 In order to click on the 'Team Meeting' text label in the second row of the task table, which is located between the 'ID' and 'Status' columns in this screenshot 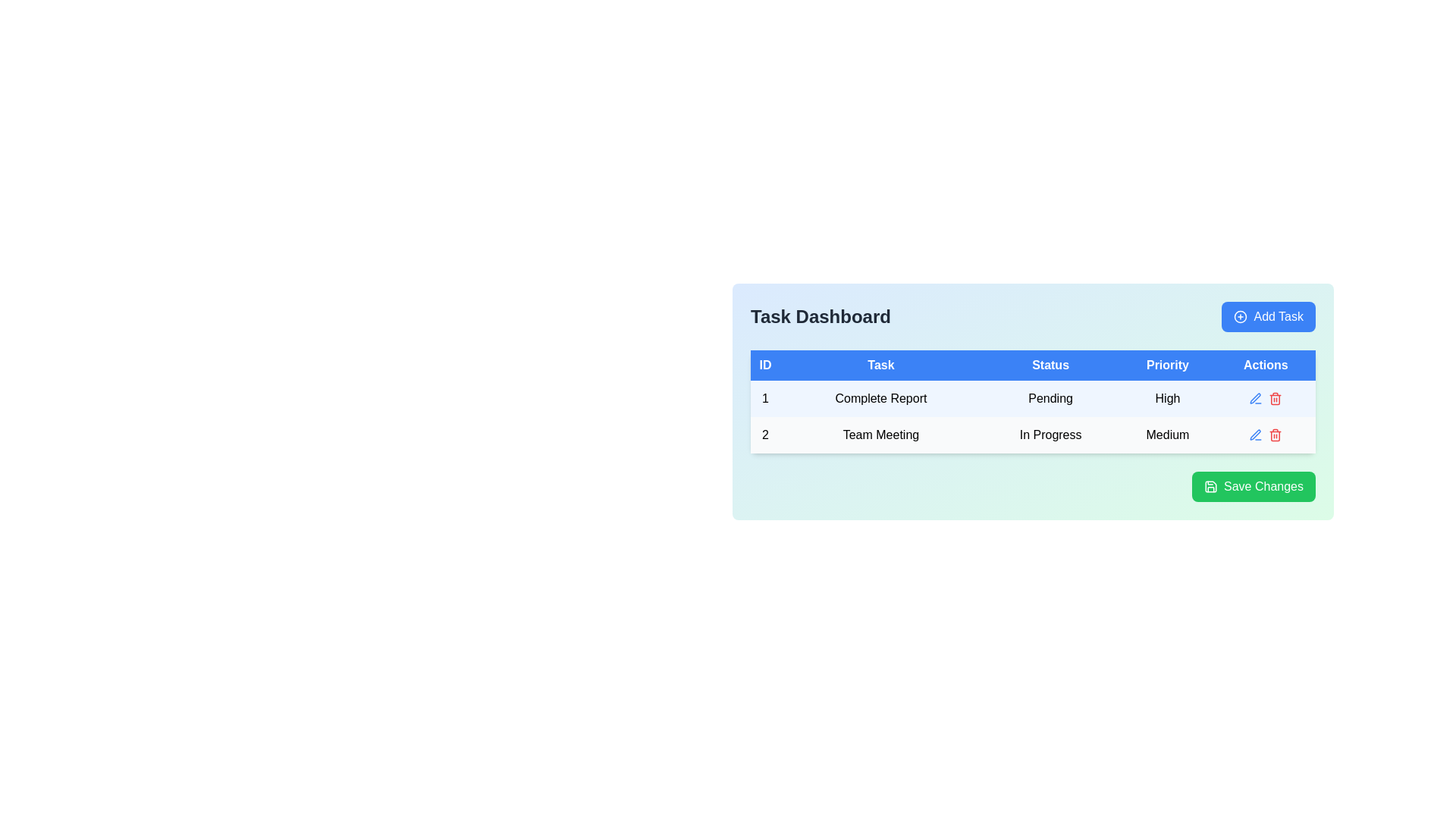, I will do `click(880, 435)`.